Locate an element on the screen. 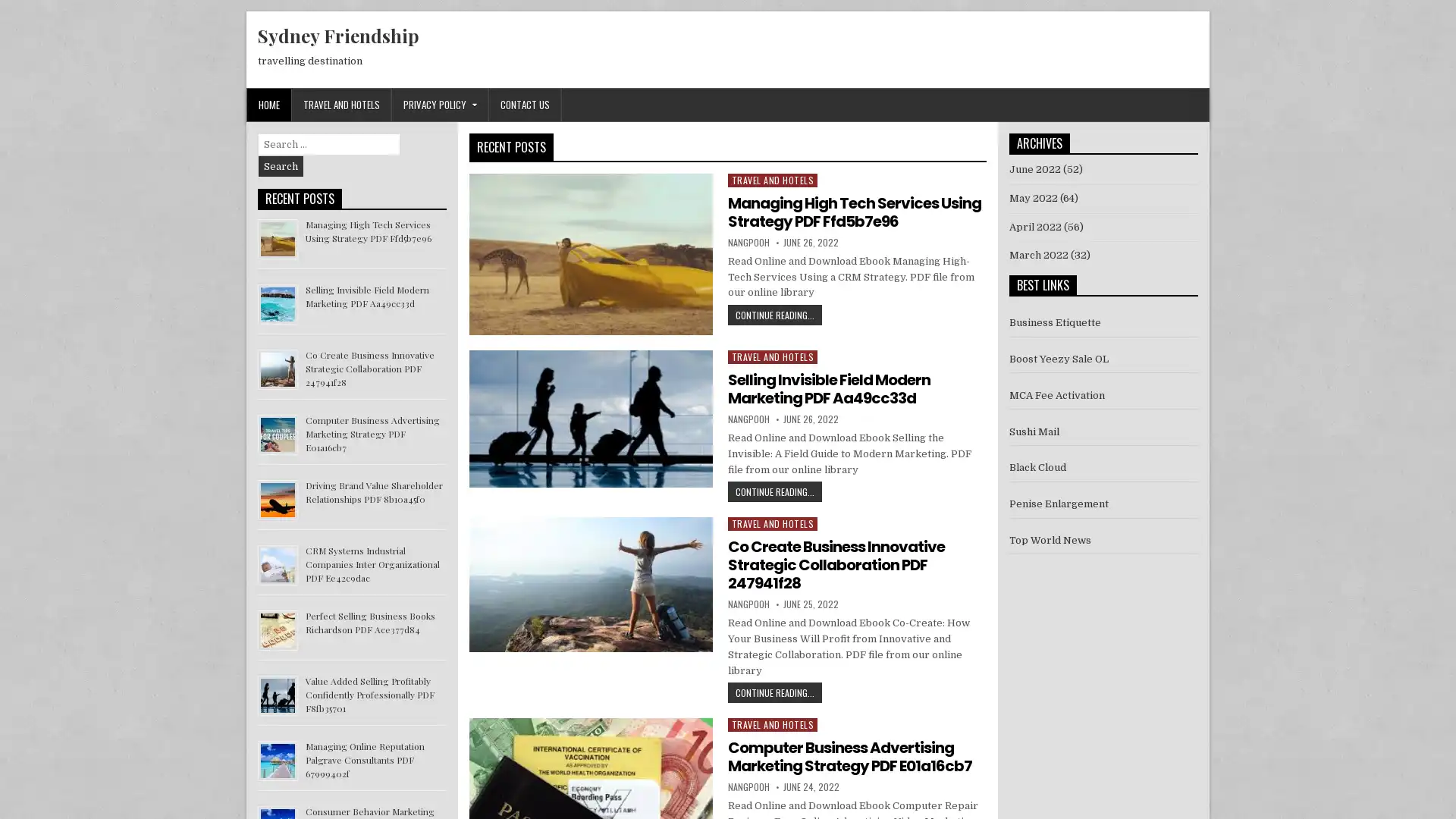  Search is located at coordinates (281, 166).